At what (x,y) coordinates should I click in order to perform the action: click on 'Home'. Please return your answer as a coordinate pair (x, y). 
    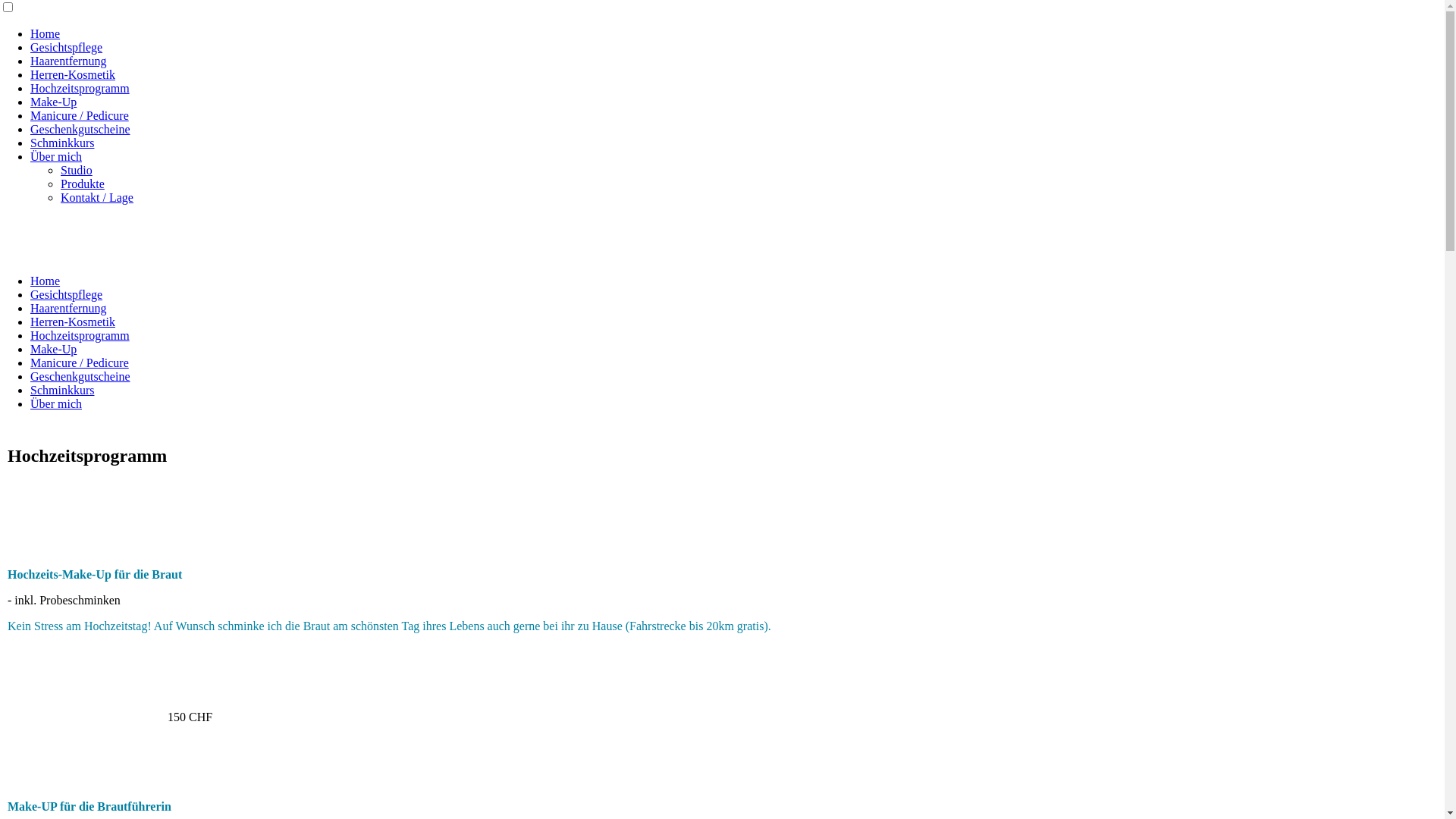
    Looking at the image, I should click on (45, 281).